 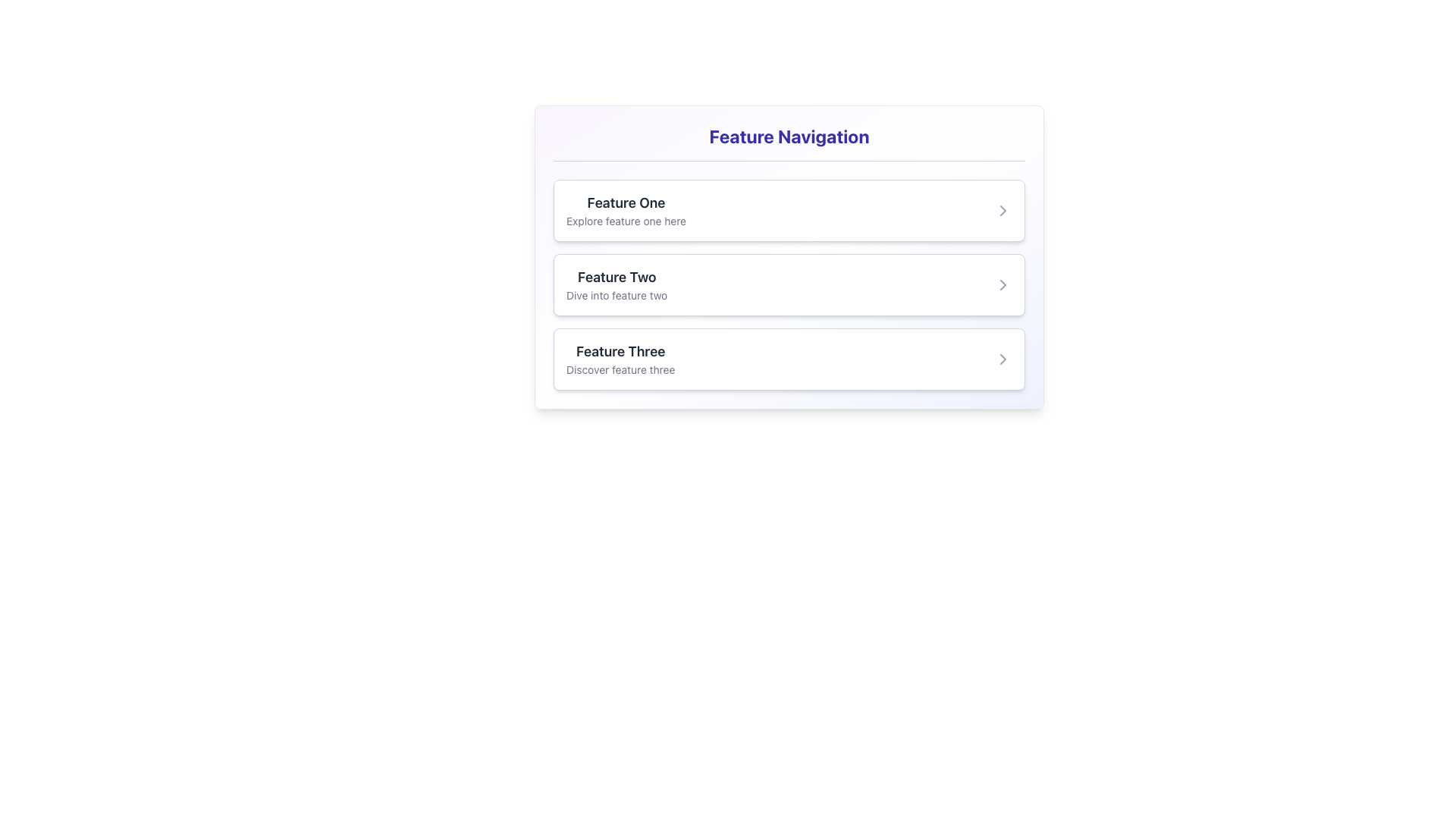 I want to click on the Chevron icon indicating navigation located on the far right side of the 'Feature Two' list item, so click(x=1003, y=284).